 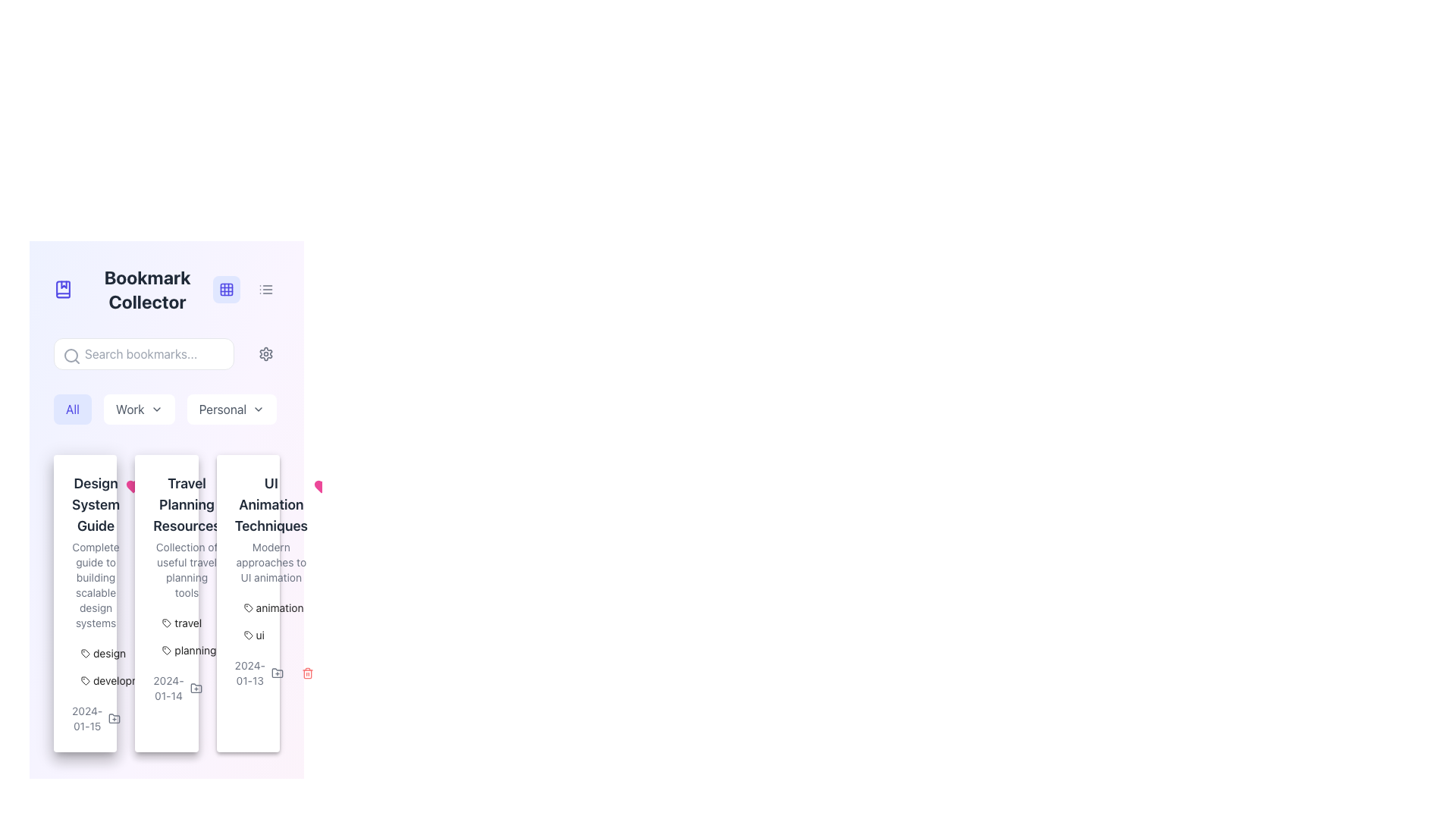 What do you see at coordinates (225, 688) in the screenshot?
I see `the red circular button with a trash icon inside it located at the bottom-right of the 'UI Animation Techniques' card` at bounding box center [225, 688].